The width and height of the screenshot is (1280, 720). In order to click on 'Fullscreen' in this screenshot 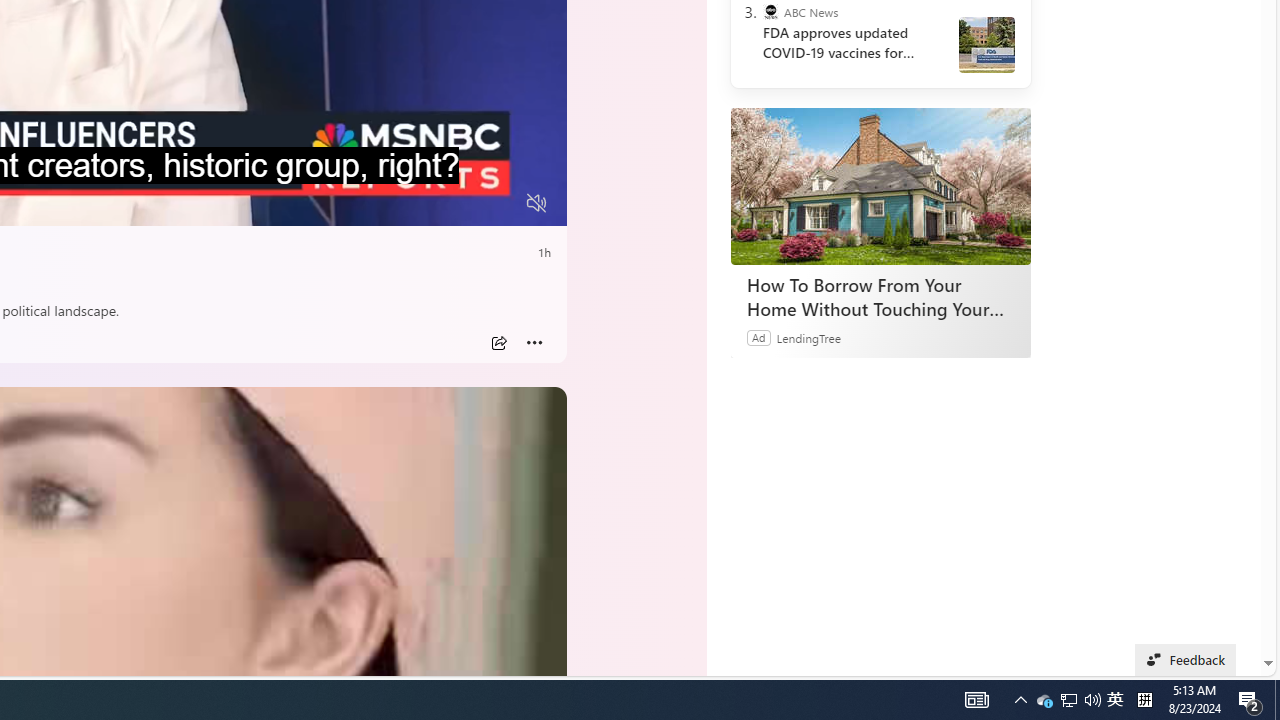, I will do `click(497, 203)`.